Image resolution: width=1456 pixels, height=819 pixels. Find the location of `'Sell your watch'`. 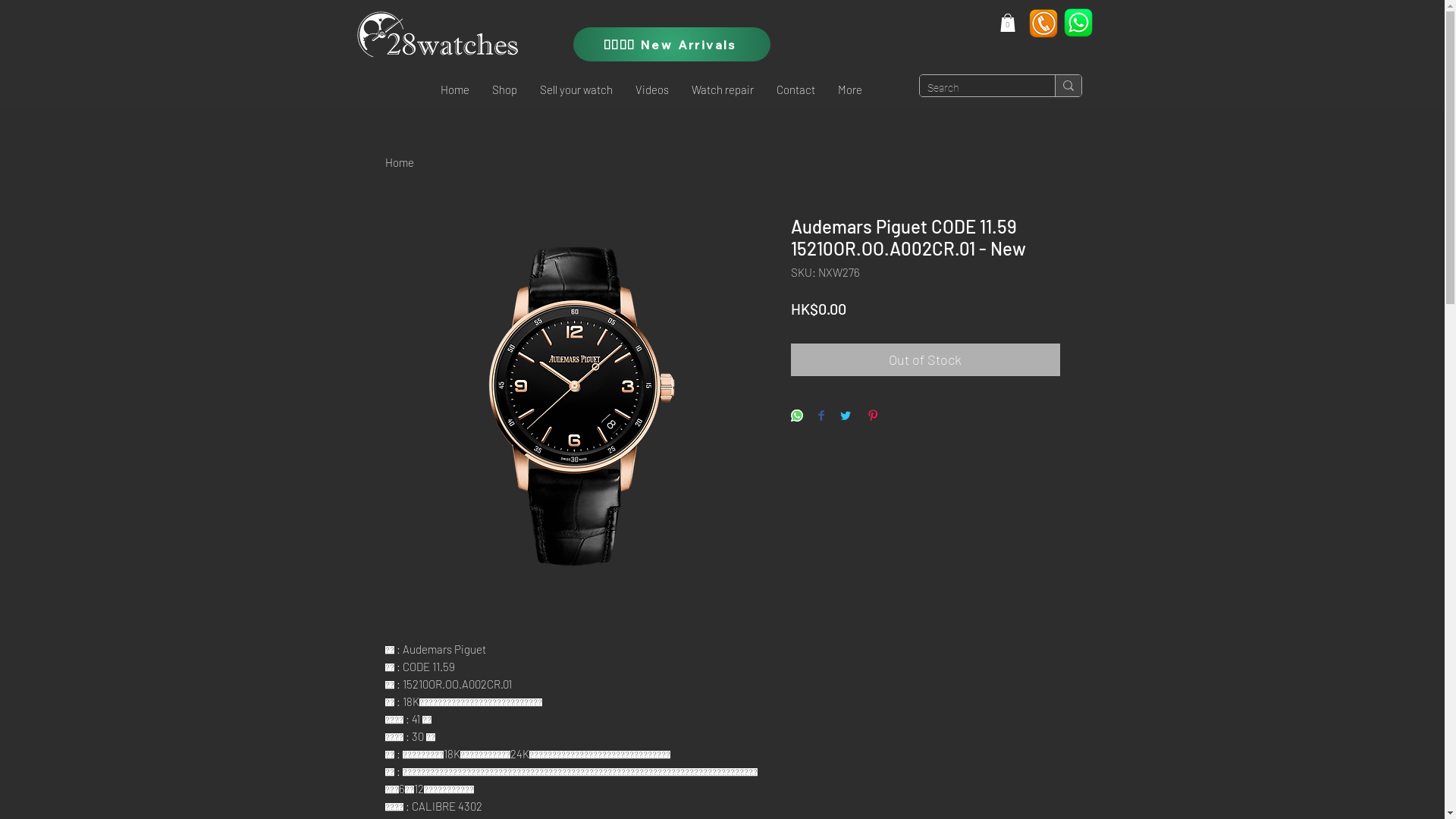

'Sell your watch' is located at coordinates (574, 89).